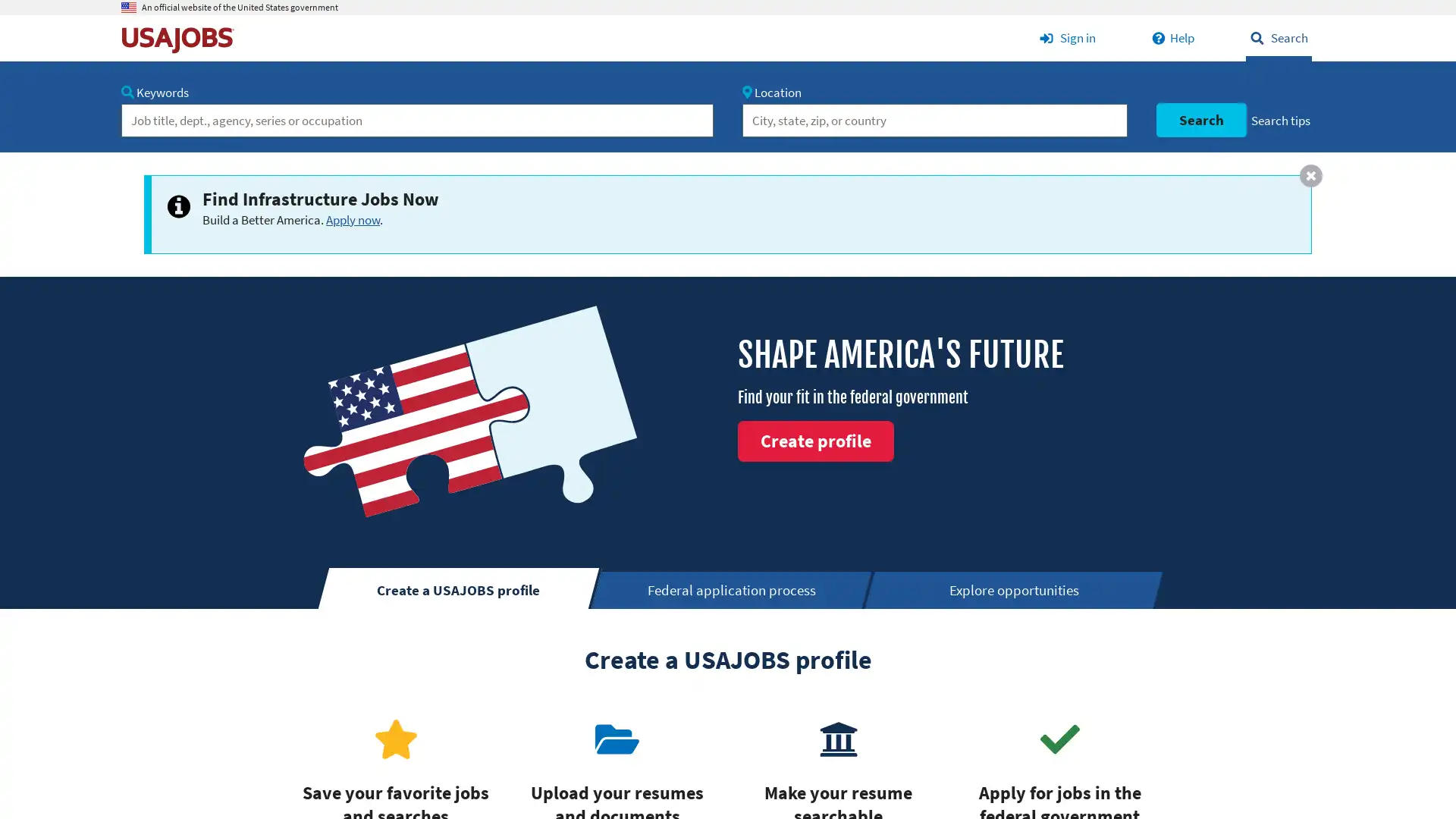 The height and width of the screenshot is (819, 1456). What do you see at coordinates (733, 589) in the screenshot?
I see `Federal application process` at bounding box center [733, 589].